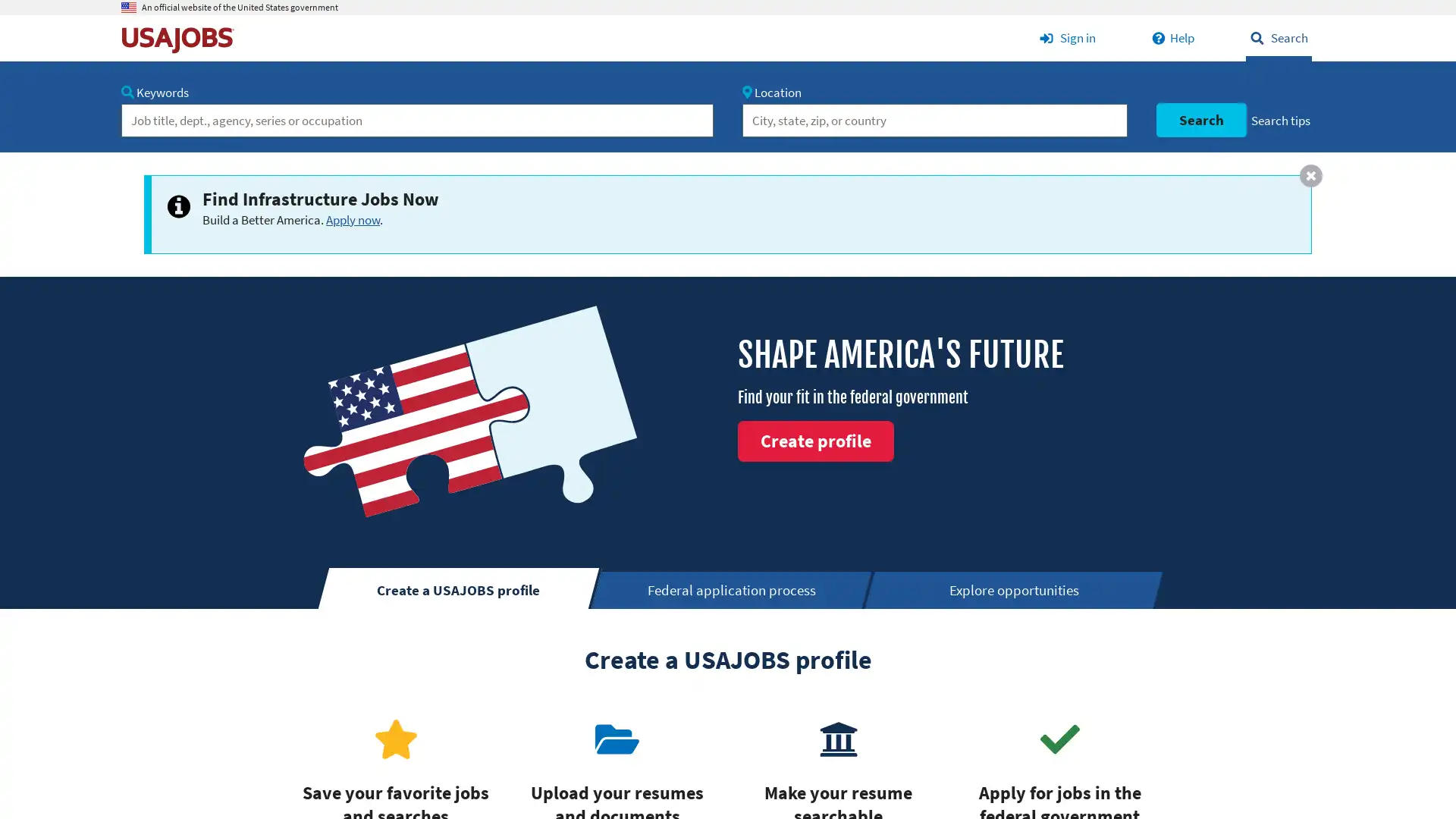 The height and width of the screenshot is (819, 1456). What do you see at coordinates (733, 589) in the screenshot?
I see `Federal application process` at bounding box center [733, 589].